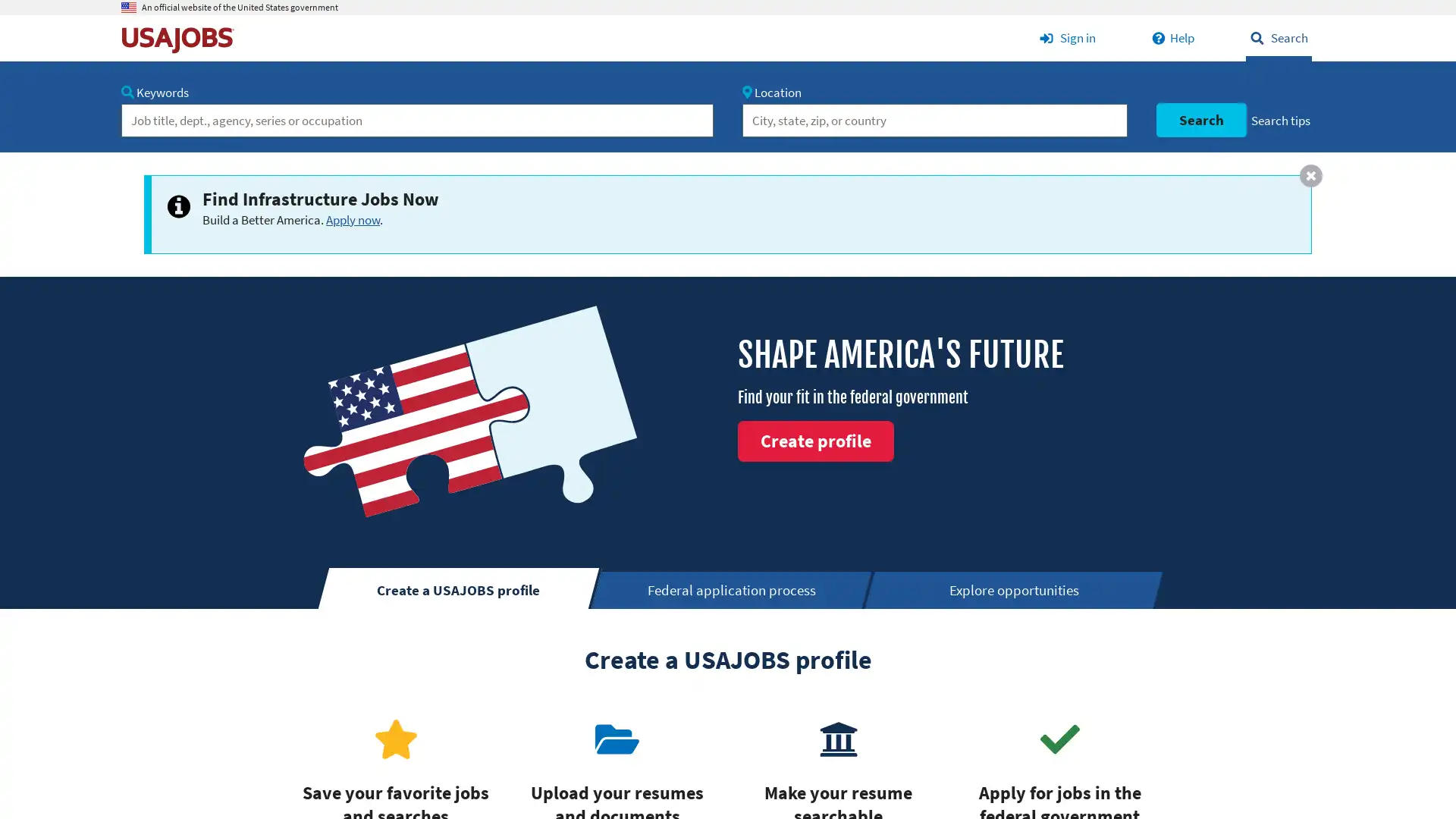 The height and width of the screenshot is (819, 1456). What do you see at coordinates (733, 589) in the screenshot?
I see `Federal application process` at bounding box center [733, 589].